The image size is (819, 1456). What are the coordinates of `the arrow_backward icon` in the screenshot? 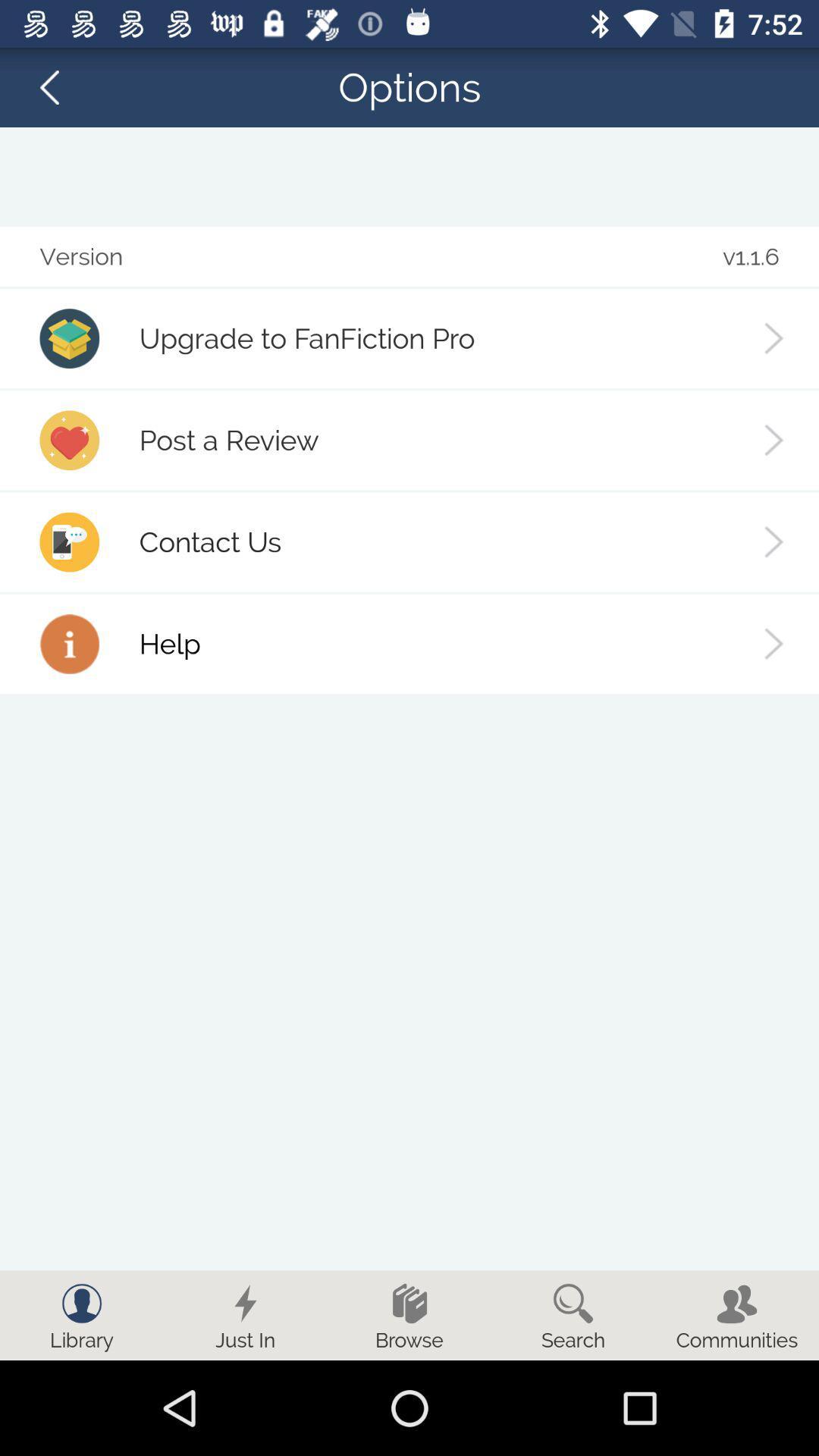 It's located at (58, 86).